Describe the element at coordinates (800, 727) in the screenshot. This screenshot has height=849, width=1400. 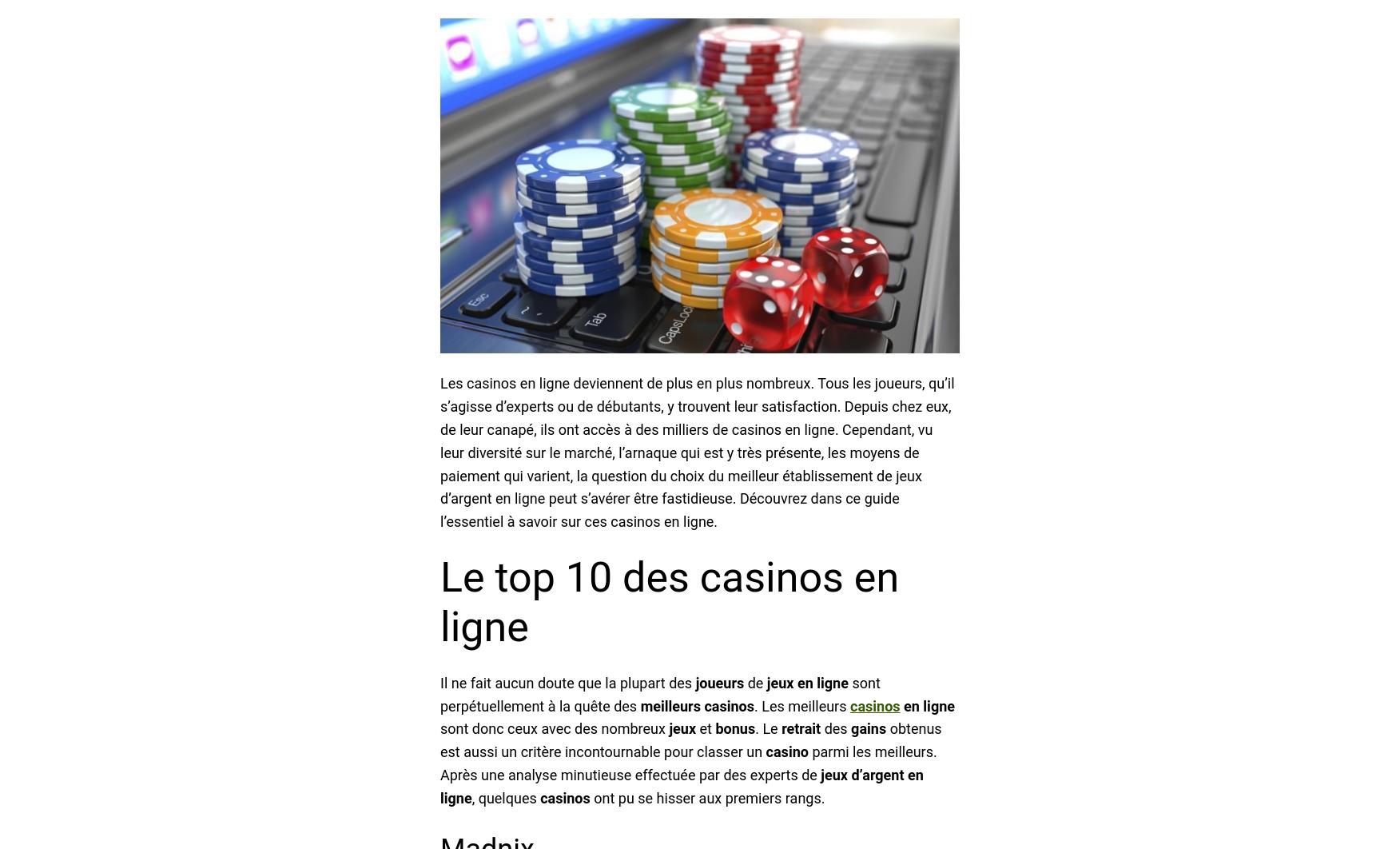
I see `'retrait'` at that location.